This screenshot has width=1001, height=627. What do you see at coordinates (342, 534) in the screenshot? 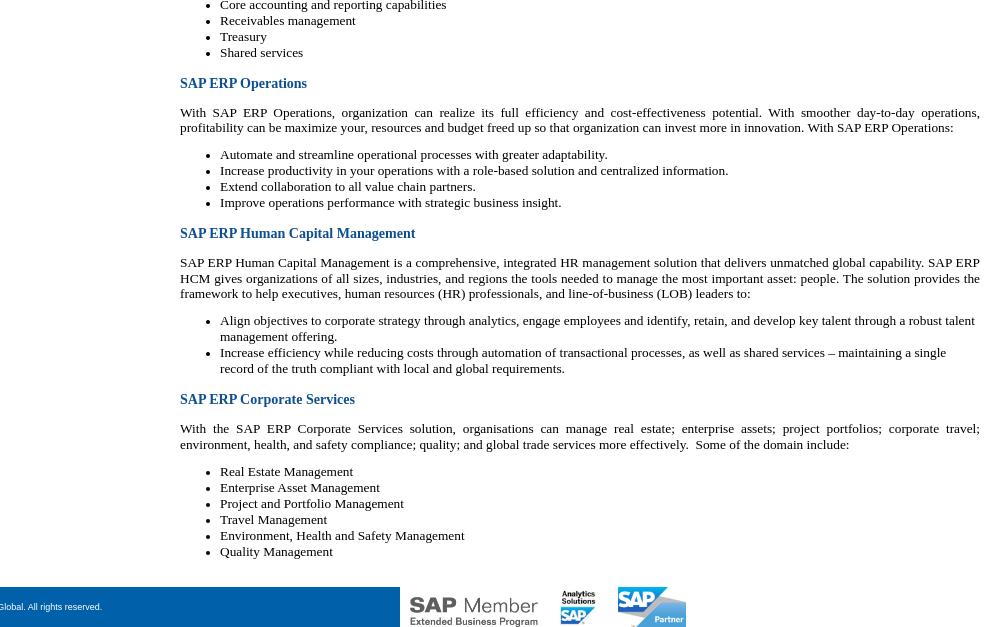
I see `'Environment, Health
     and Safety Management'` at bounding box center [342, 534].